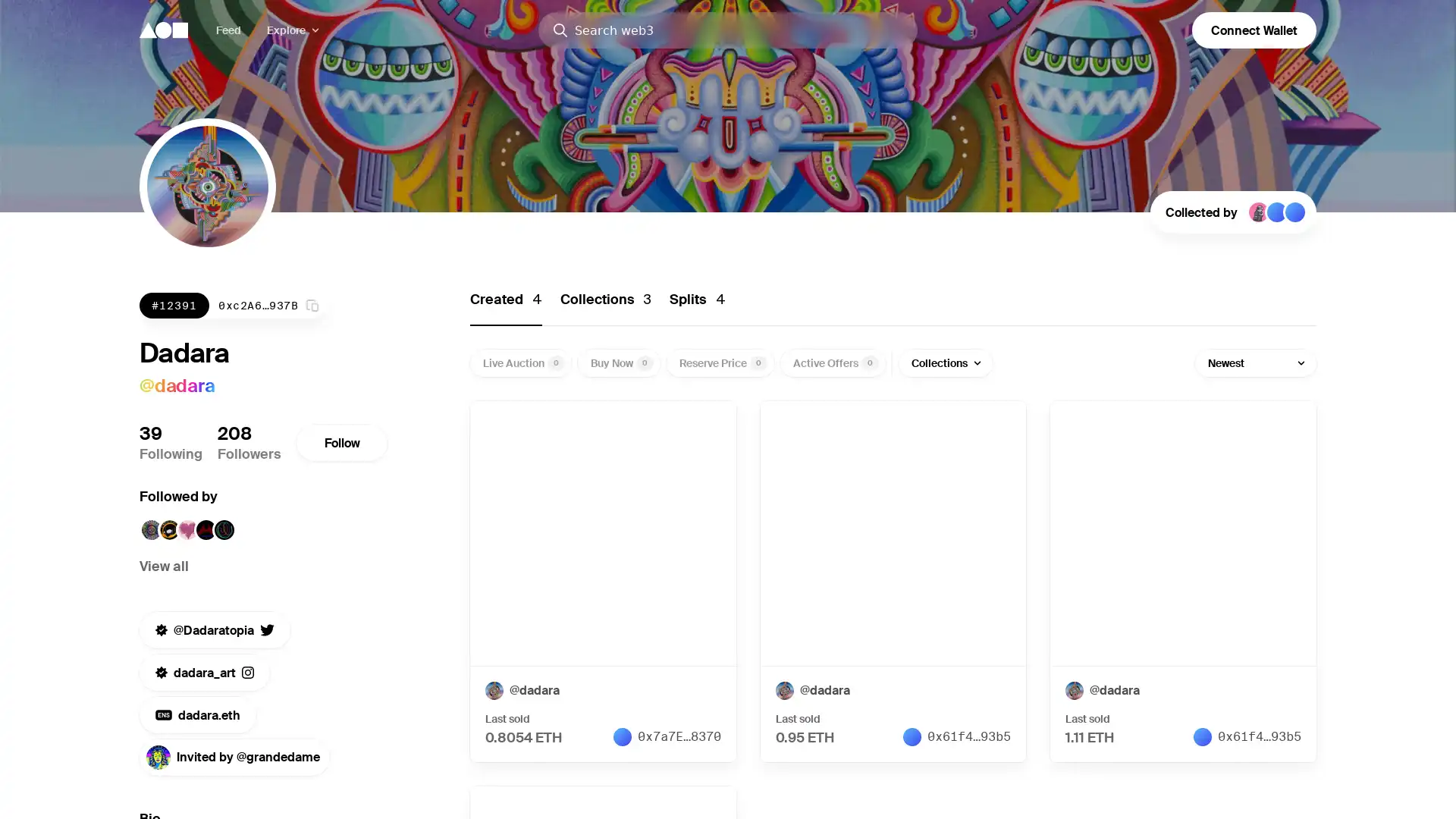 The image size is (1456, 819). What do you see at coordinates (292, 30) in the screenshot?
I see `Explore` at bounding box center [292, 30].